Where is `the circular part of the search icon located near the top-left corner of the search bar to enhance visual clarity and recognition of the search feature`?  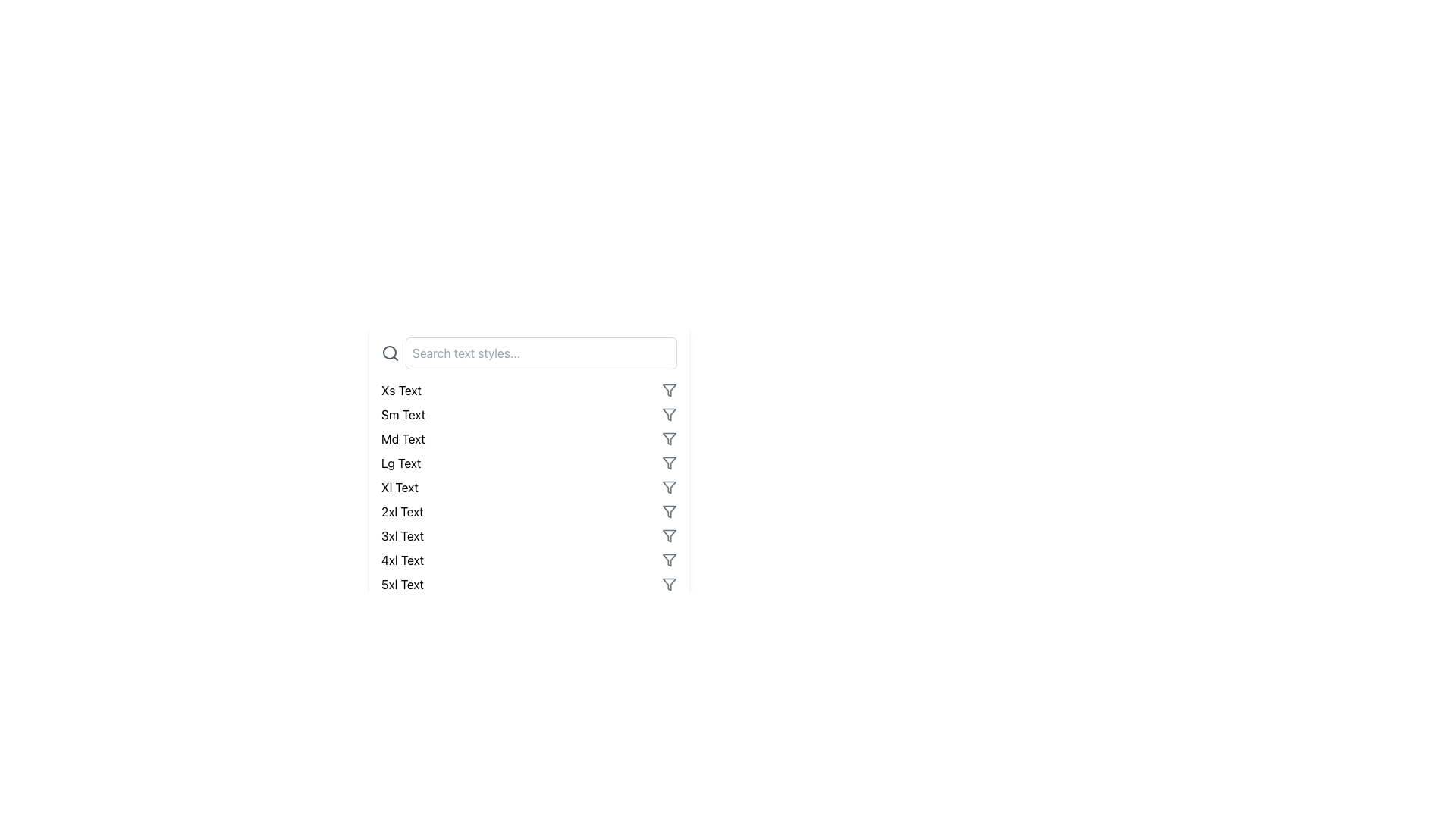
the circular part of the search icon located near the top-left corner of the search bar to enhance visual clarity and recognition of the search feature is located at coordinates (389, 353).